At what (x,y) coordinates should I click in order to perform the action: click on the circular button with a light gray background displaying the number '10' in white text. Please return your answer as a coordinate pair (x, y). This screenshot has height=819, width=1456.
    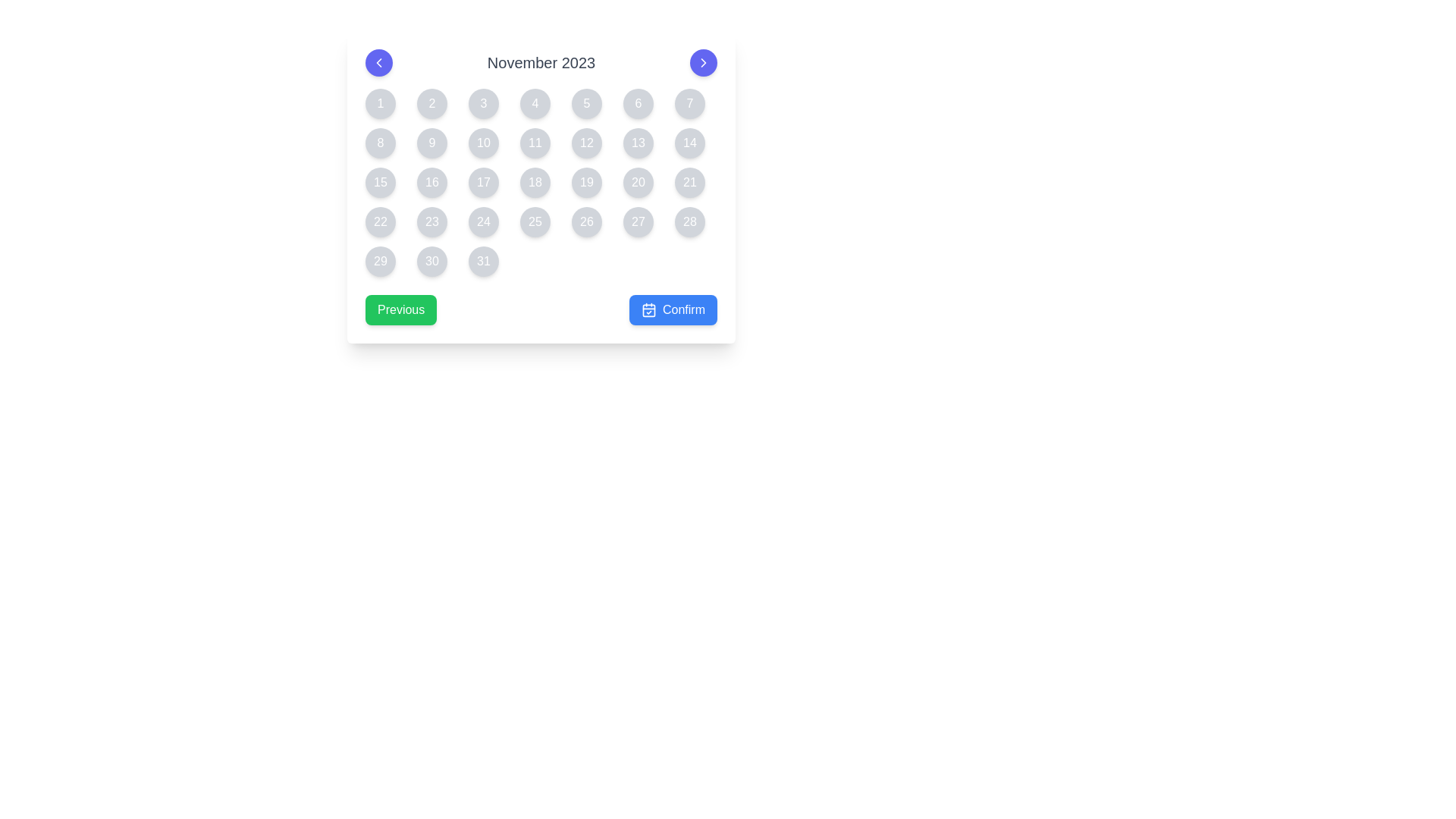
    Looking at the image, I should click on (483, 143).